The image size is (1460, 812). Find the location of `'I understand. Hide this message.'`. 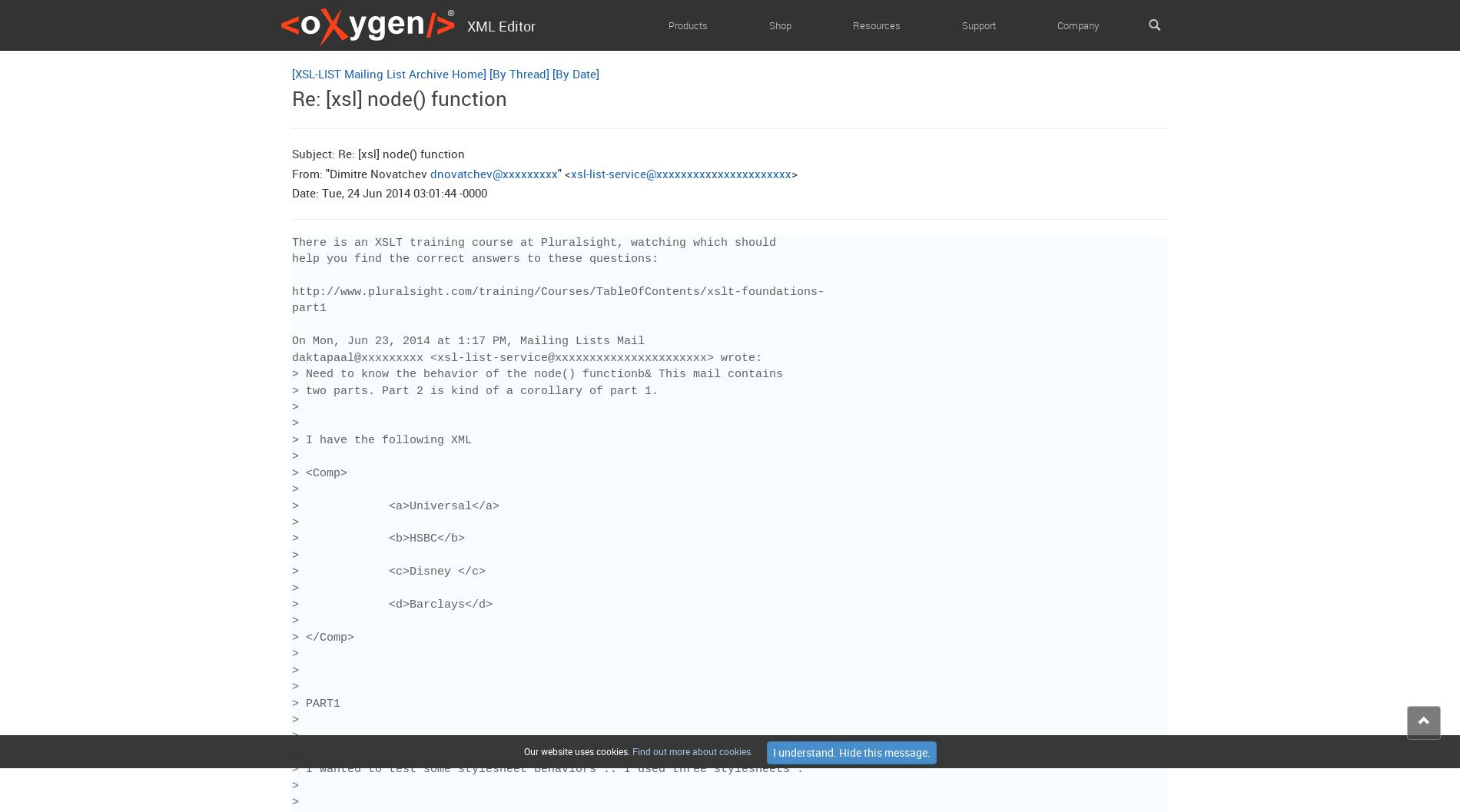

'I understand. Hide this message.' is located at coordinates (851, 752).